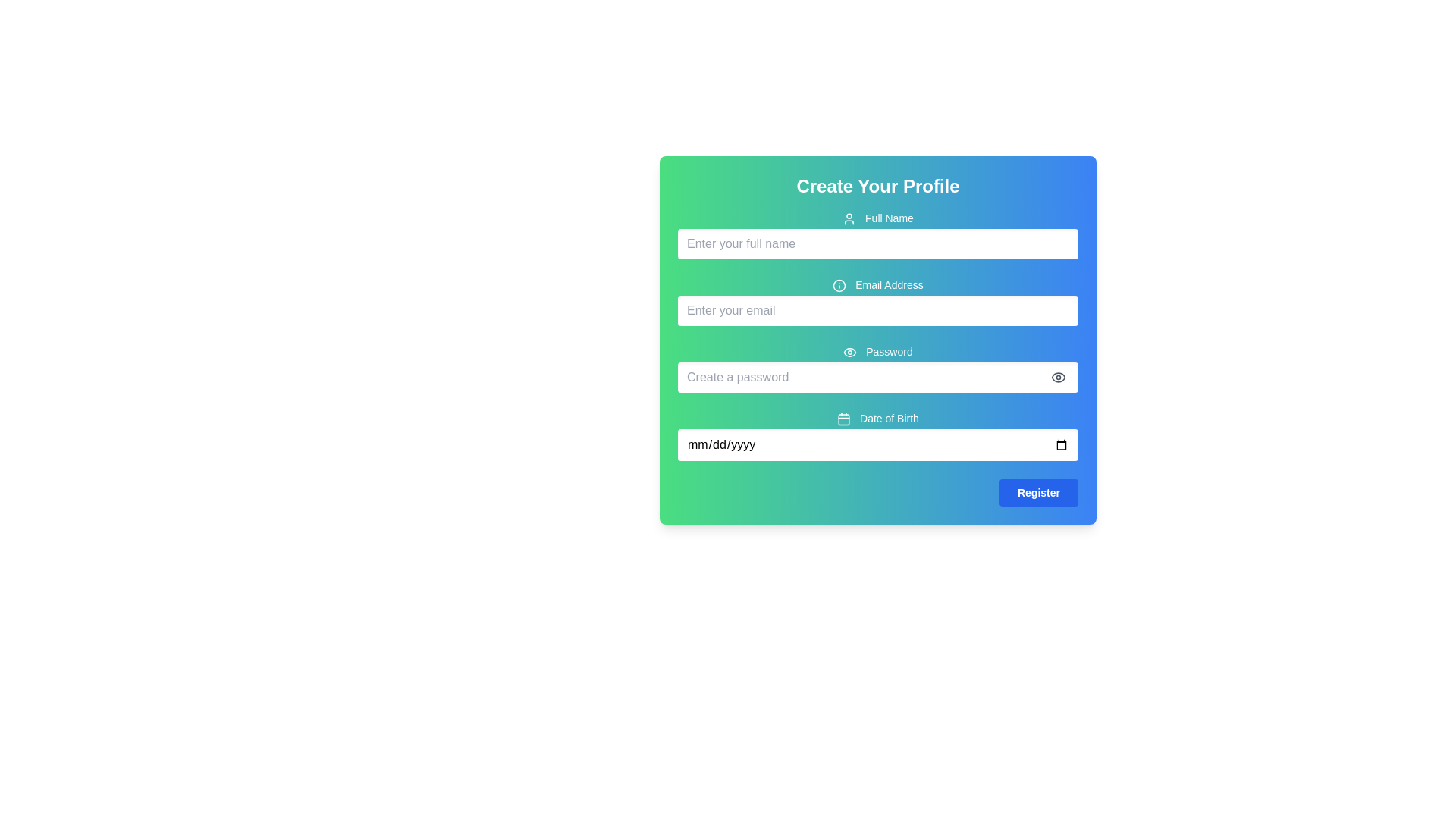  I want to click on the calendar icon located to the left of the 'mm/dd/yyyy' text input field, so click(843, 419).